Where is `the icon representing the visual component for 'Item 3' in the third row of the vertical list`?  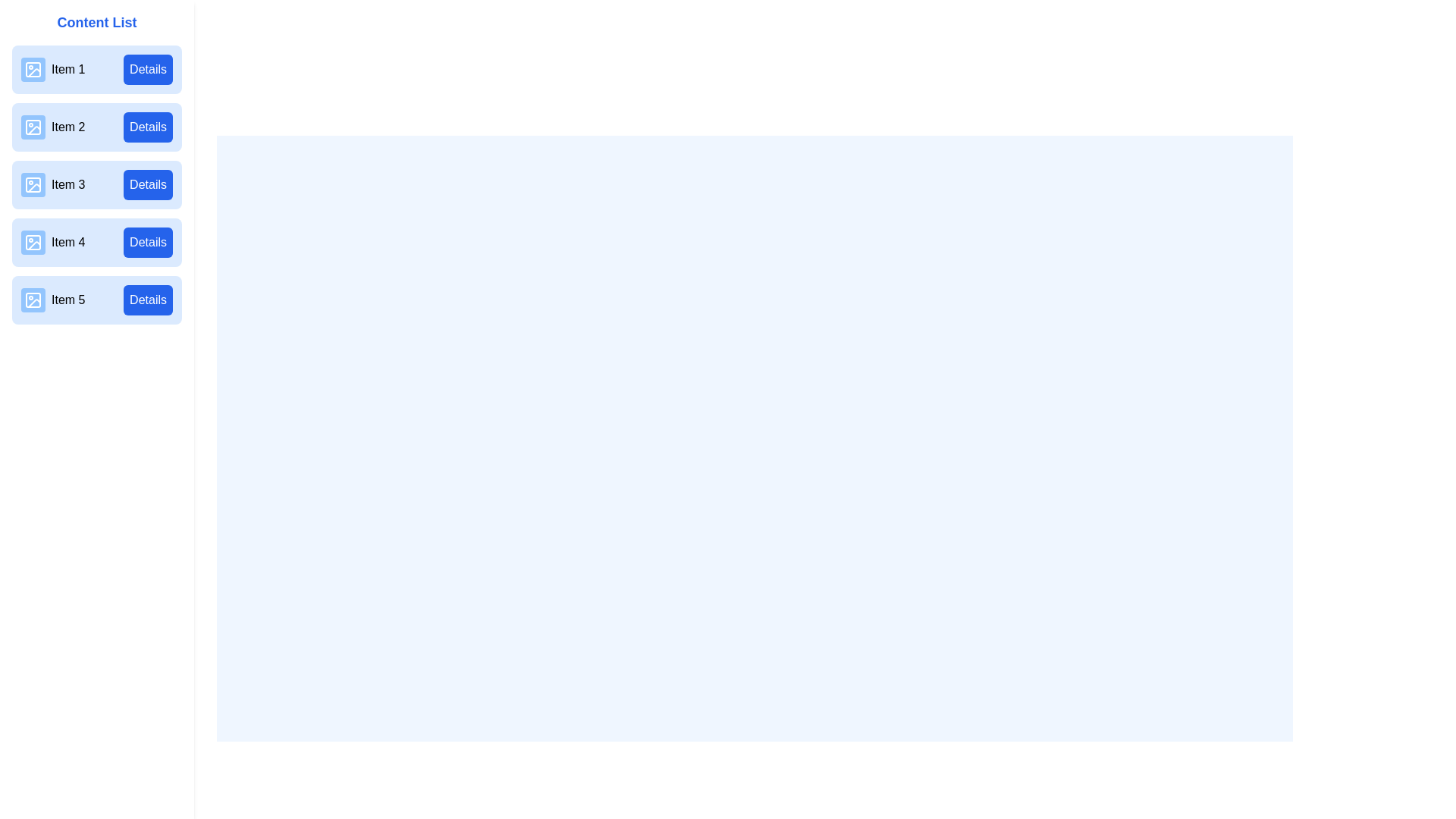
the icon representing the visual component for 'Item 3' in the third row of the vertical list is located at coordinates (33, 184).